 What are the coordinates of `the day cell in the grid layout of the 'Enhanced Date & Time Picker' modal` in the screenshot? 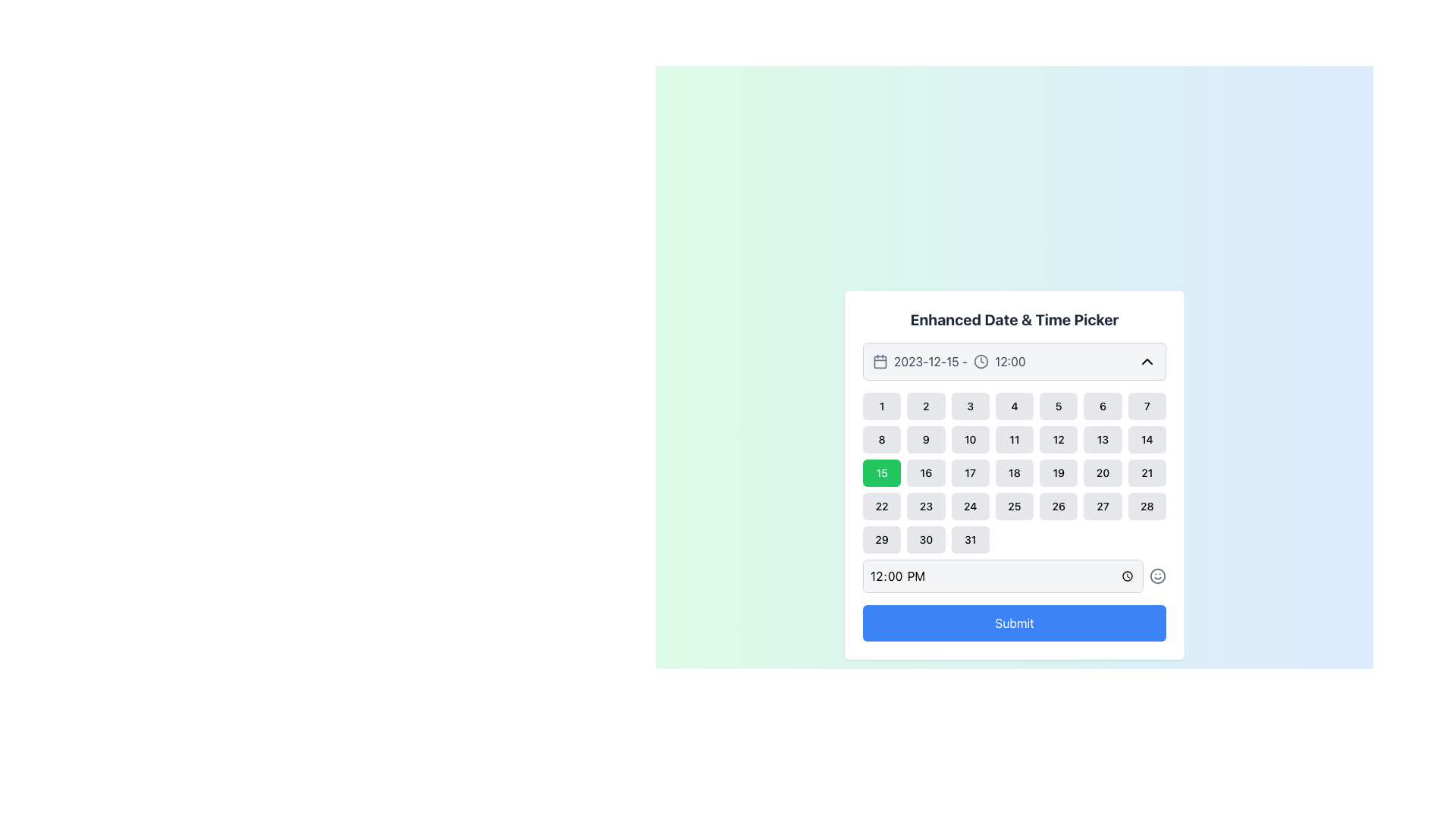 It's located at (1015, 493).